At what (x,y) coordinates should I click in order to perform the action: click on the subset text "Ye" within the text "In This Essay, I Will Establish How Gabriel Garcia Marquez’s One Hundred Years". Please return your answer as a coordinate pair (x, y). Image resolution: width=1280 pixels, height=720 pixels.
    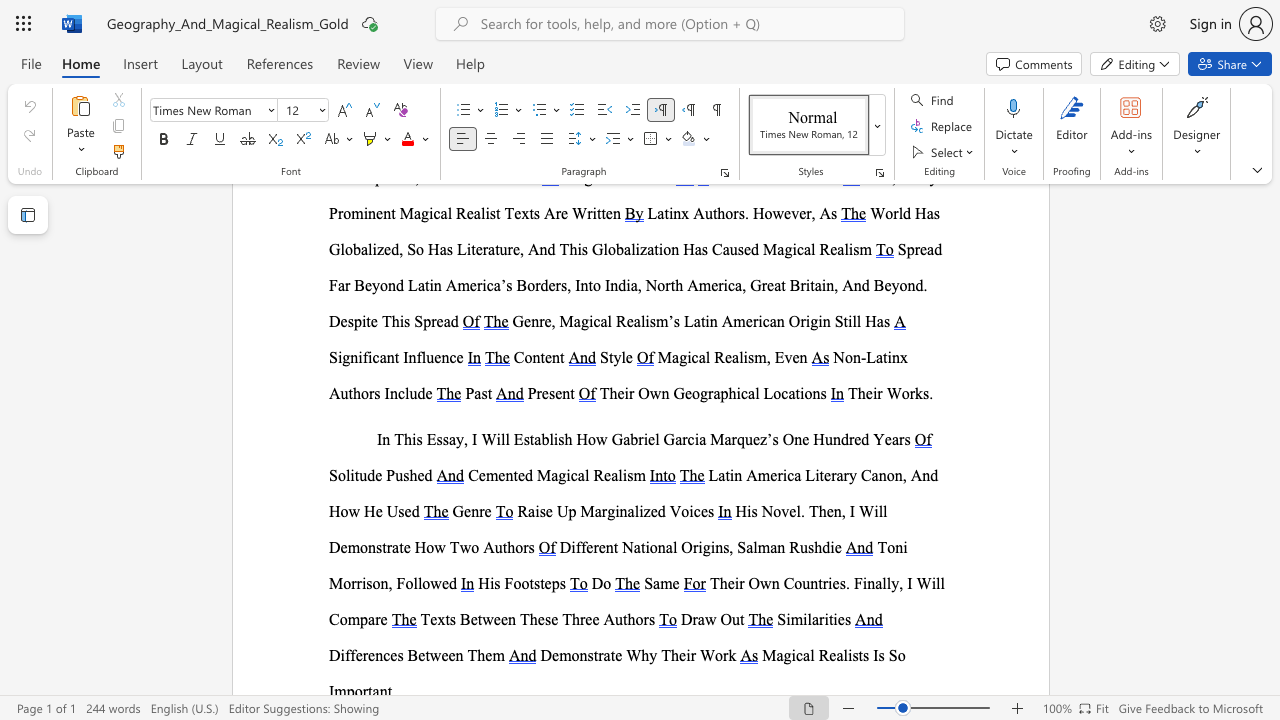
    Looking at the image, I should click on (873, 438).